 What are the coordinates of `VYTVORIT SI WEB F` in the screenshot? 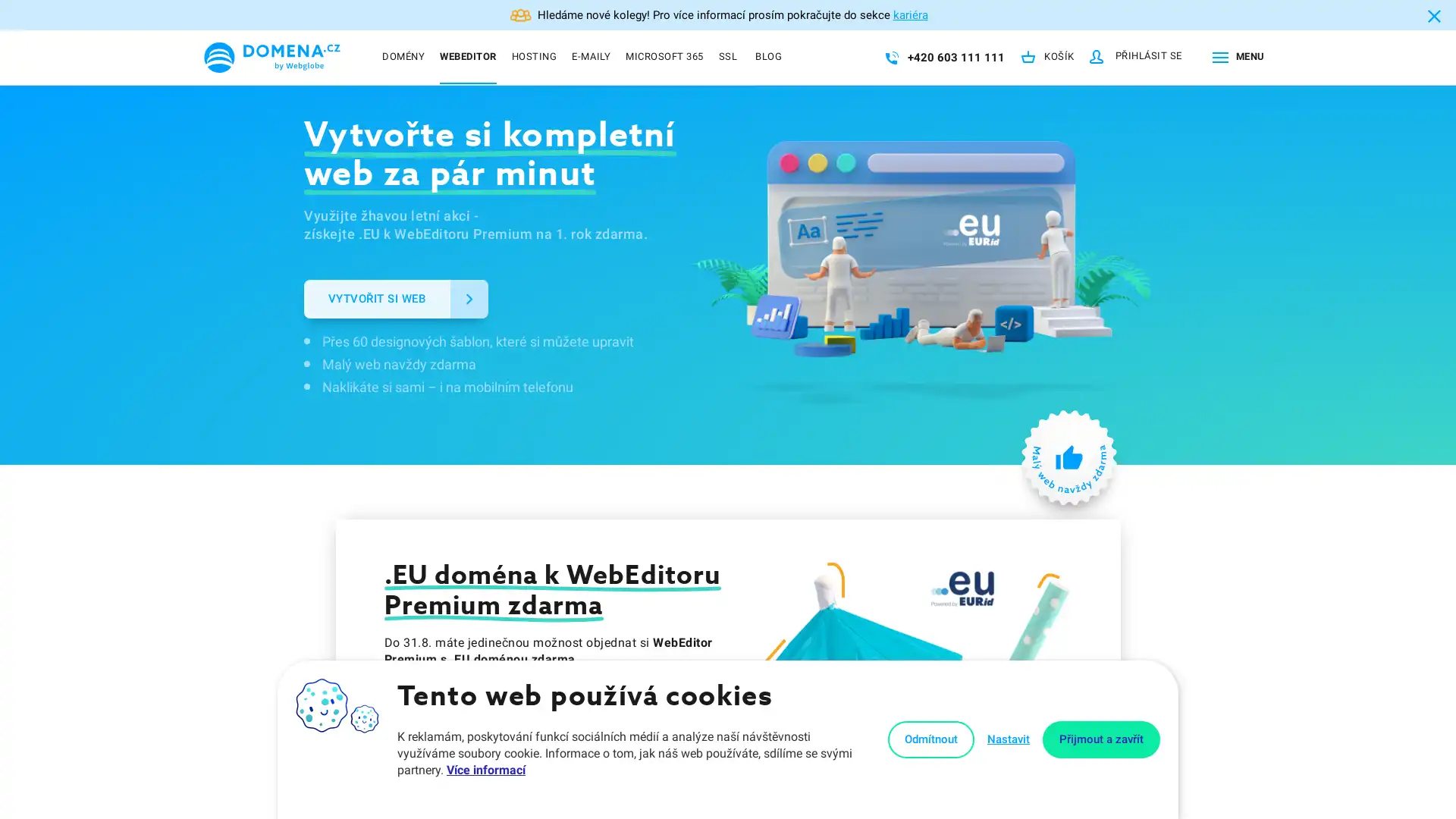 It's located at (396, 298).